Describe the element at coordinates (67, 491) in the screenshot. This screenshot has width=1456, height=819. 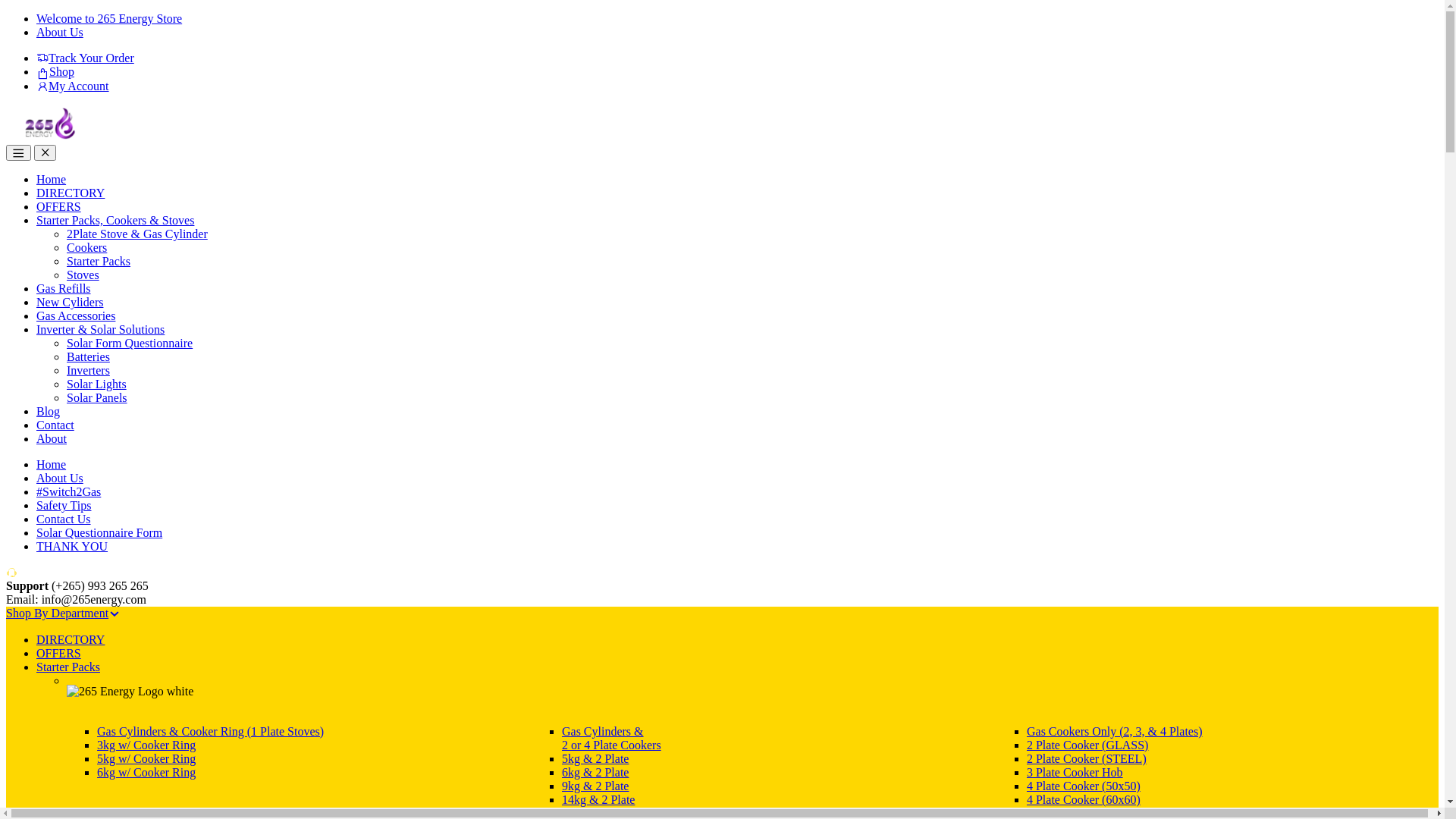
I see `'#Switch2Gas'` at that location.